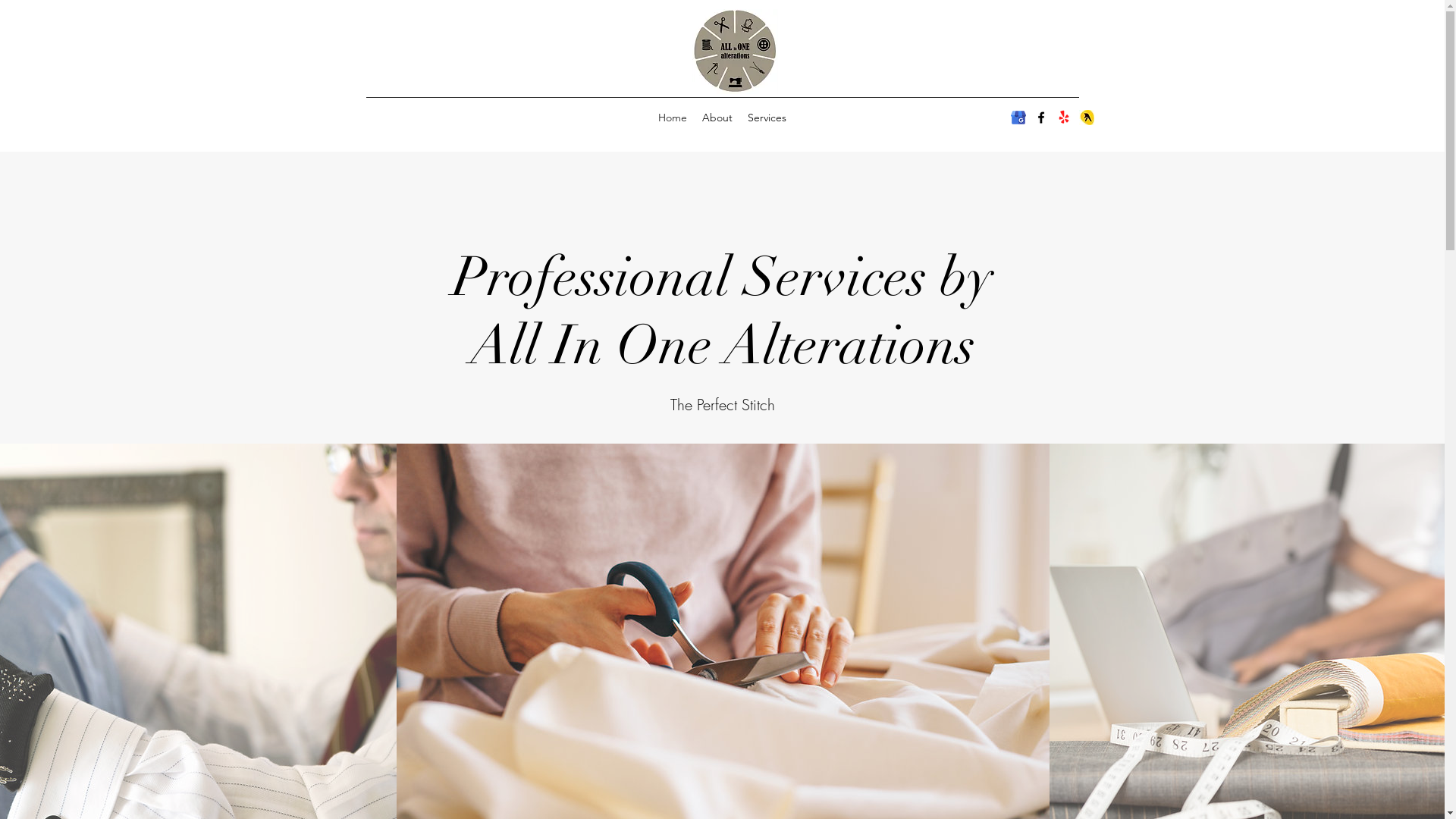 Image resolution: width=1456 pixels, height=819 pixels. What do you see at coordinates (767, 116) in the screenshot?
I see `'Services'` at bounding box center [767, 116].